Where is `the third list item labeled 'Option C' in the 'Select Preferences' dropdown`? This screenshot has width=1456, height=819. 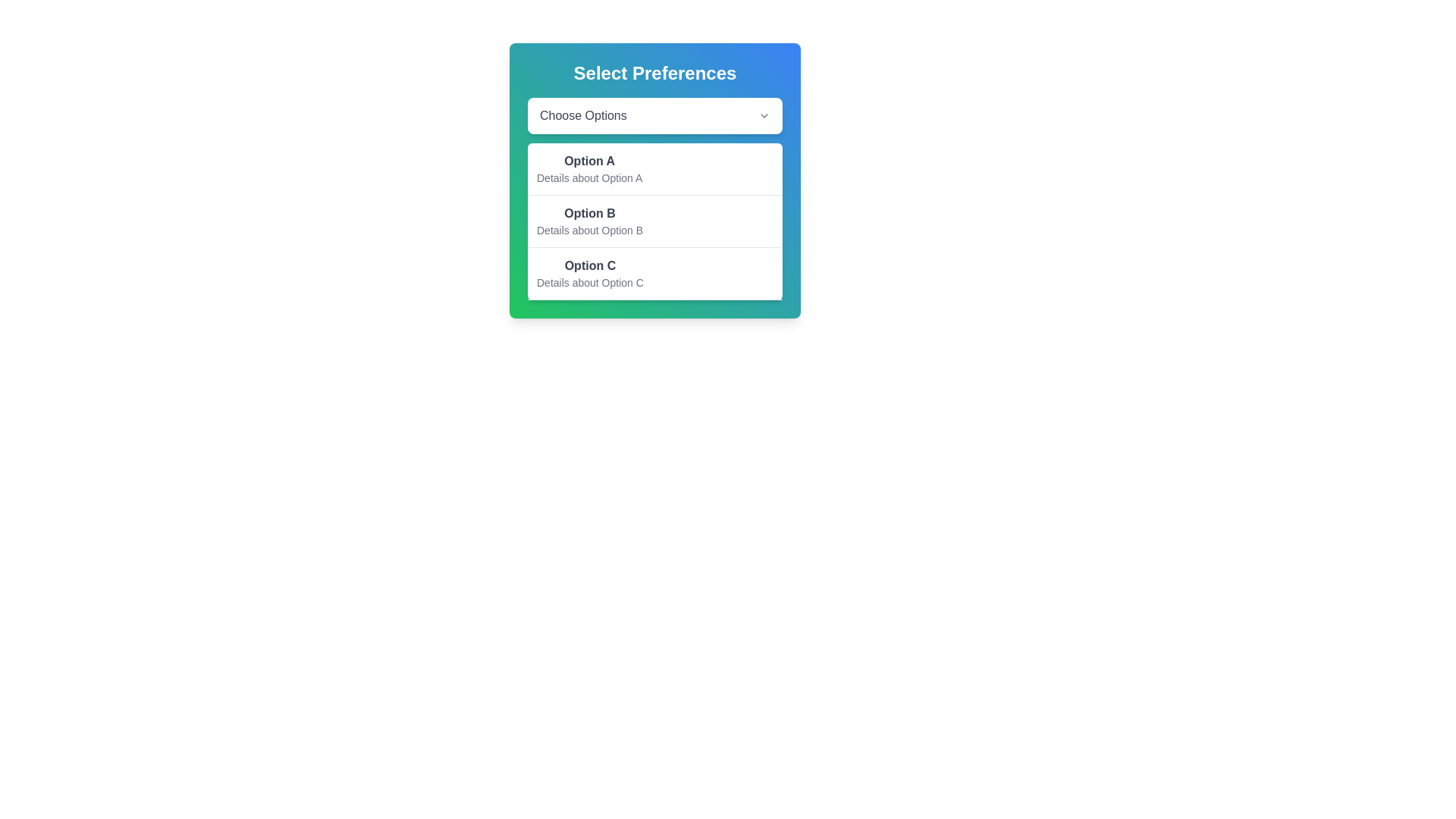
the third list item labeled 'Option C' in the 'Select Preferences' dropdown is located at coordinates (655, 274).